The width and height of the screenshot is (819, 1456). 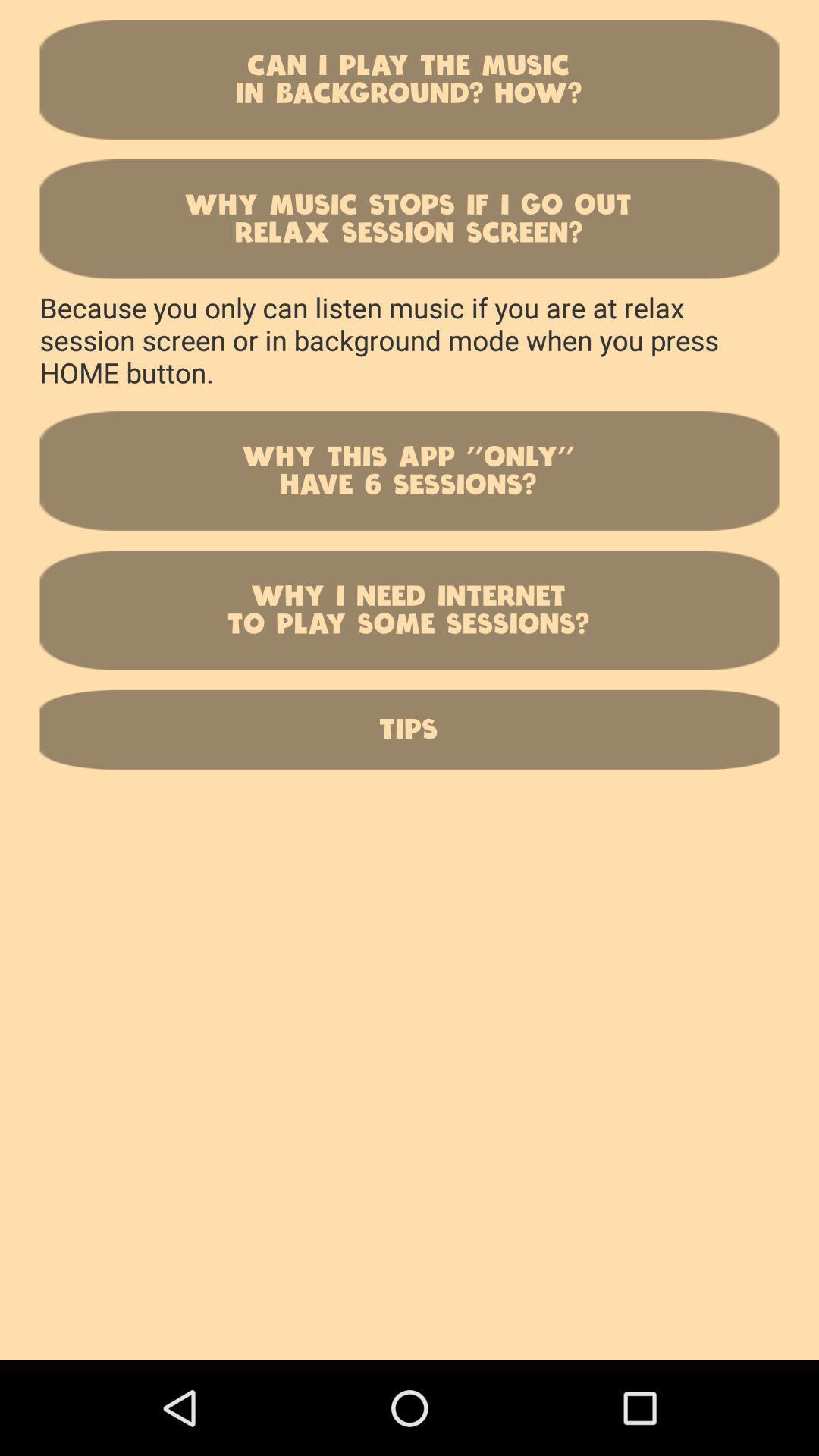 What do you see at coordinates (409, 218) in the screenshot?
I see `why music stops icon` at bounding box center [409, 218].